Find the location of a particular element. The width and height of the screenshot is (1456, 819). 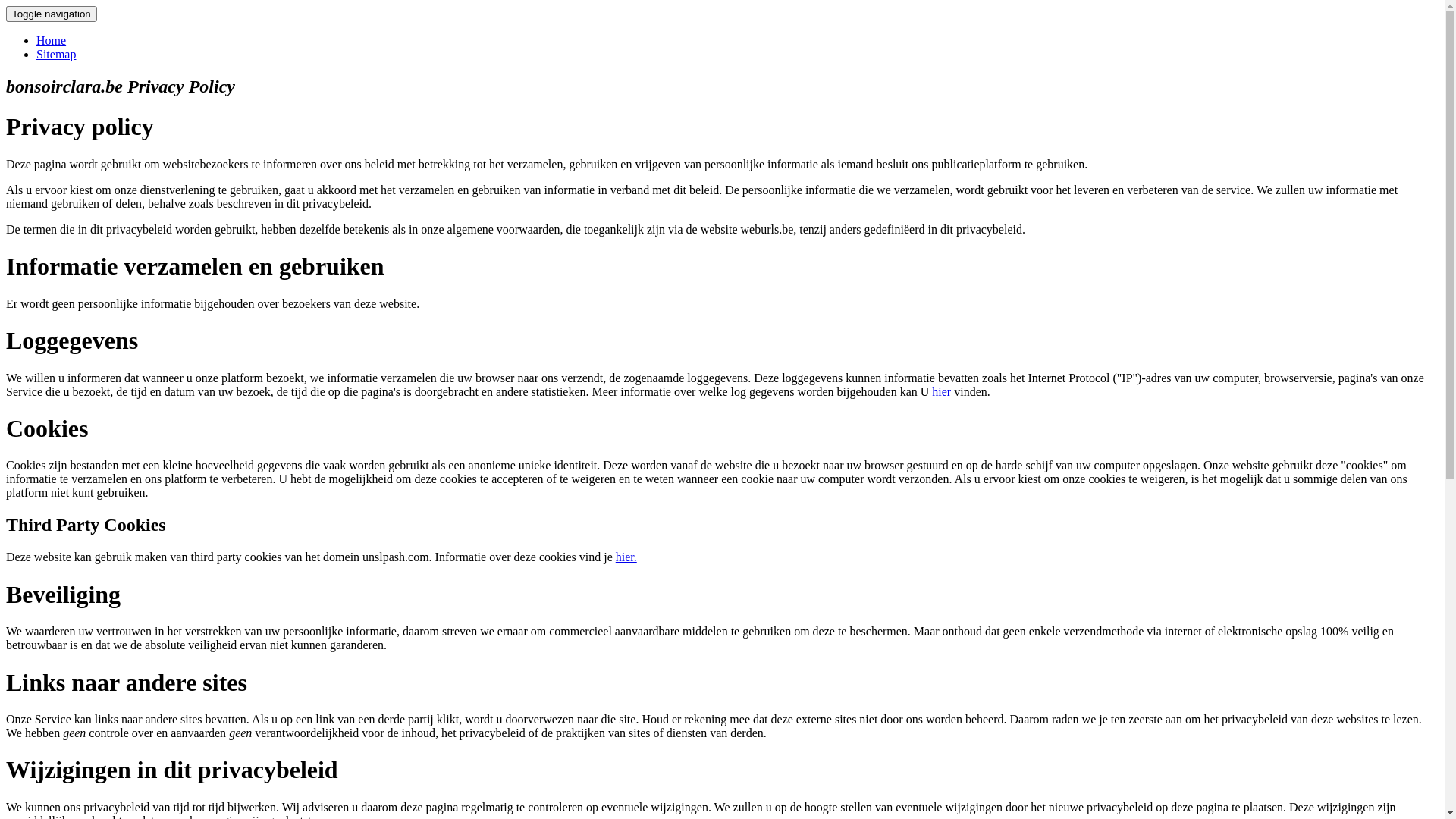

'hier.' is located at coordinates (626, 557).